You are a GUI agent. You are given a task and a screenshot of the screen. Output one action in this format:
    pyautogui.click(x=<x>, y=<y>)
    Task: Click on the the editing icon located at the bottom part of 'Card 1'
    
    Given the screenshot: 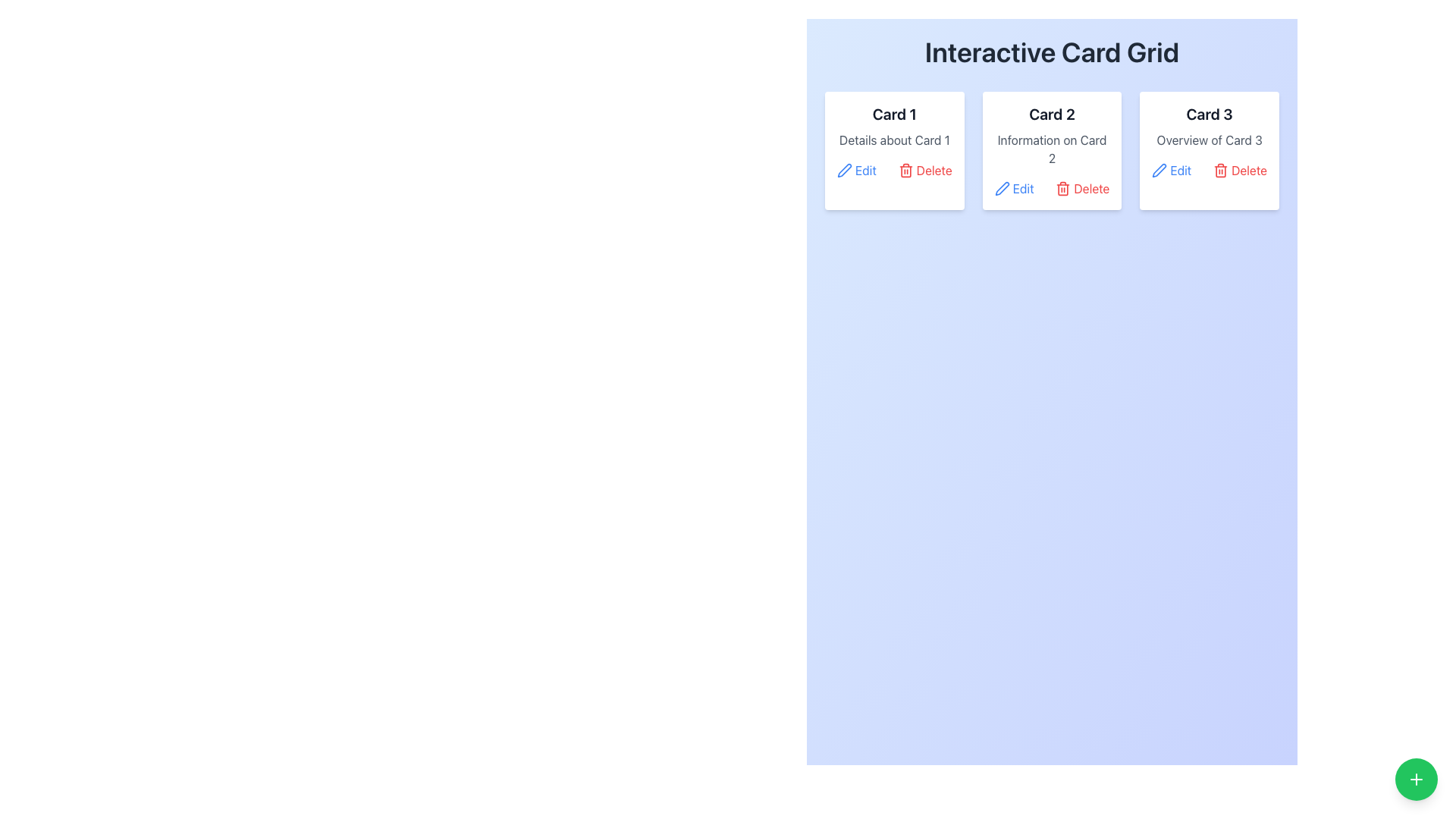 What is the action you would take?
    pyautogui.click(x=843, y=170)
    